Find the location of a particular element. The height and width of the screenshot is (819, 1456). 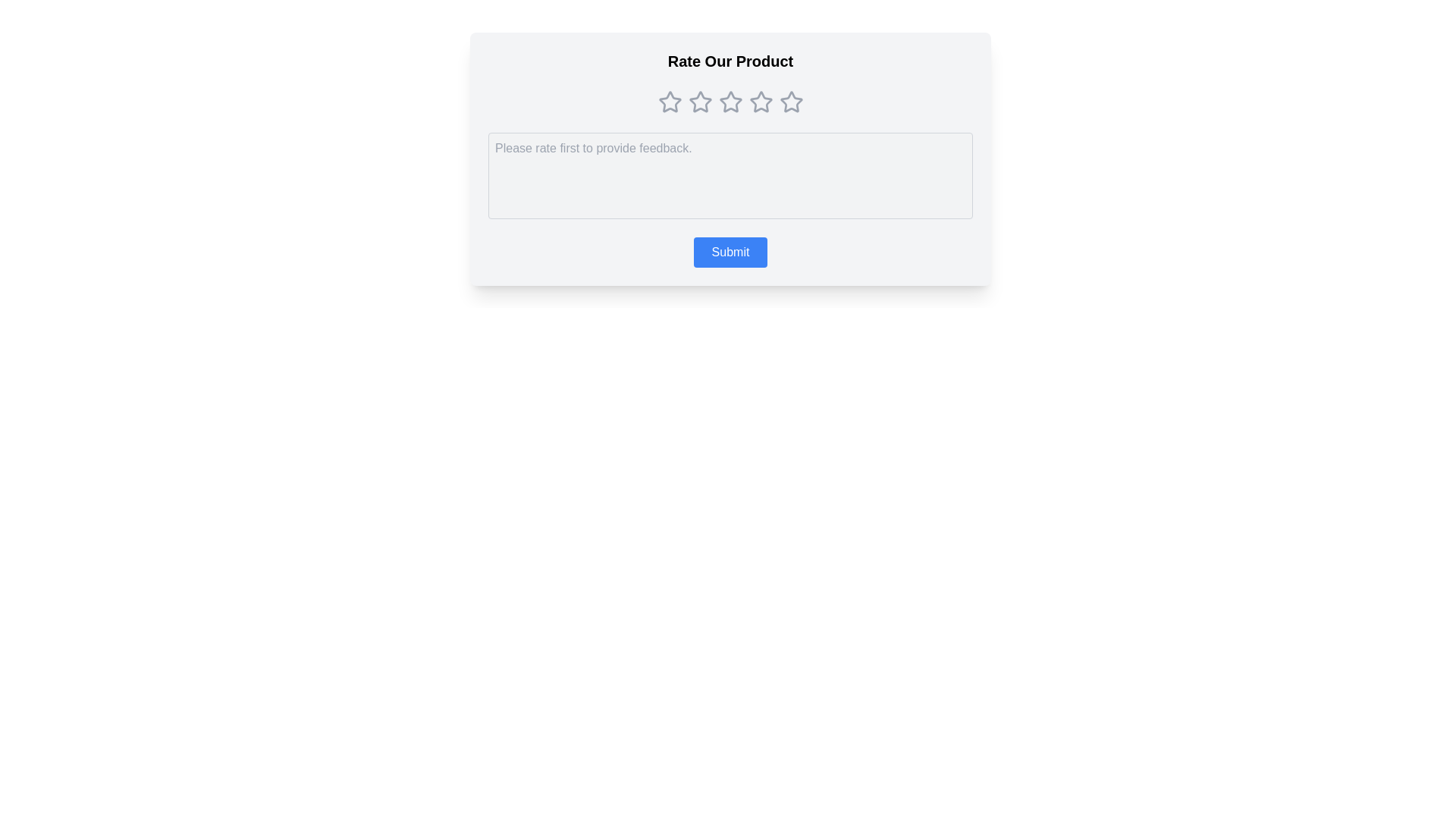

the second star icon in the rating interface is located at coordinates (699, 102).